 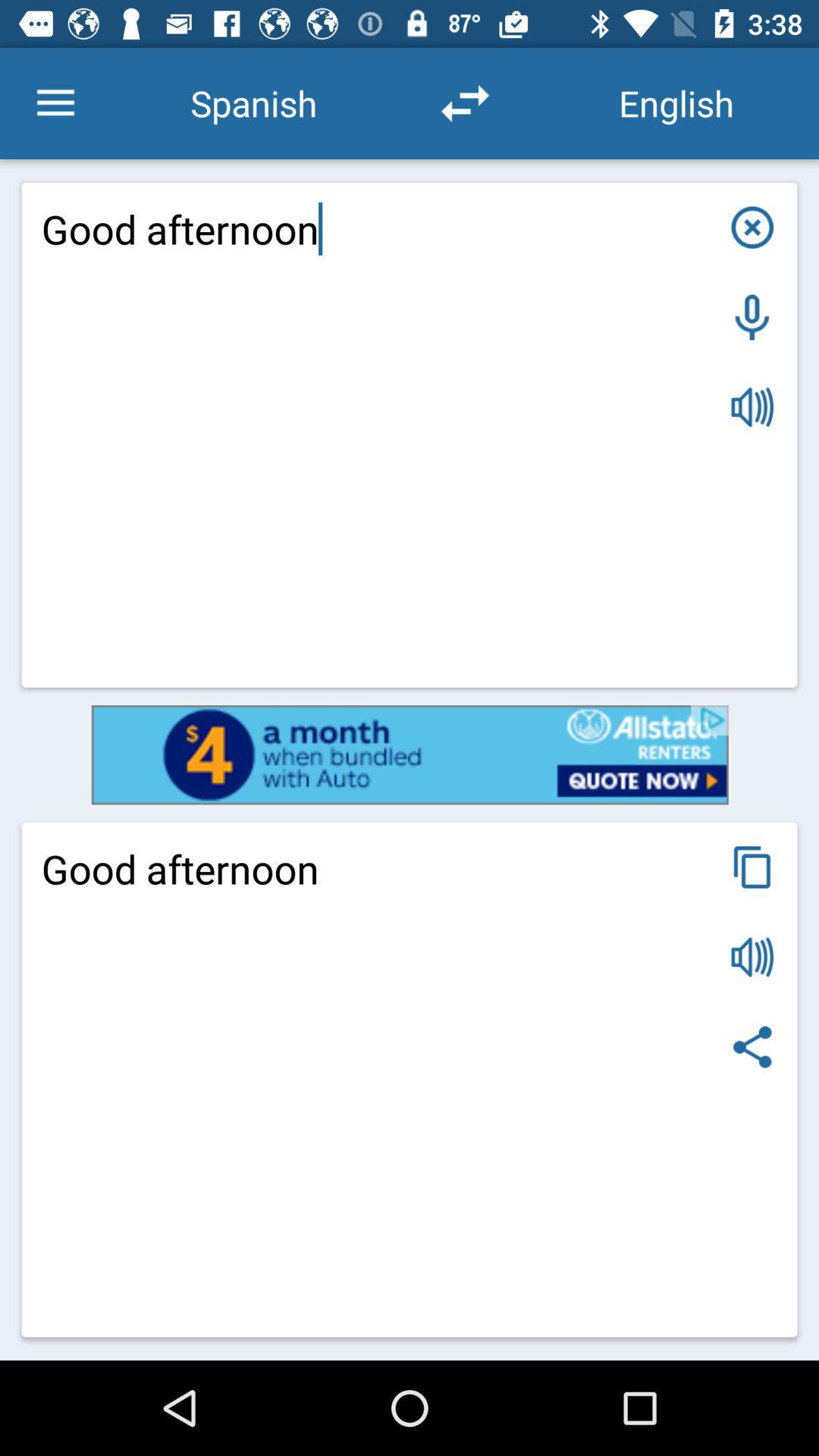 What do you see at coordinates (409, 755) in the screenshot?
I see `open allstate renters advertisement` at bounding box center [409, 755].